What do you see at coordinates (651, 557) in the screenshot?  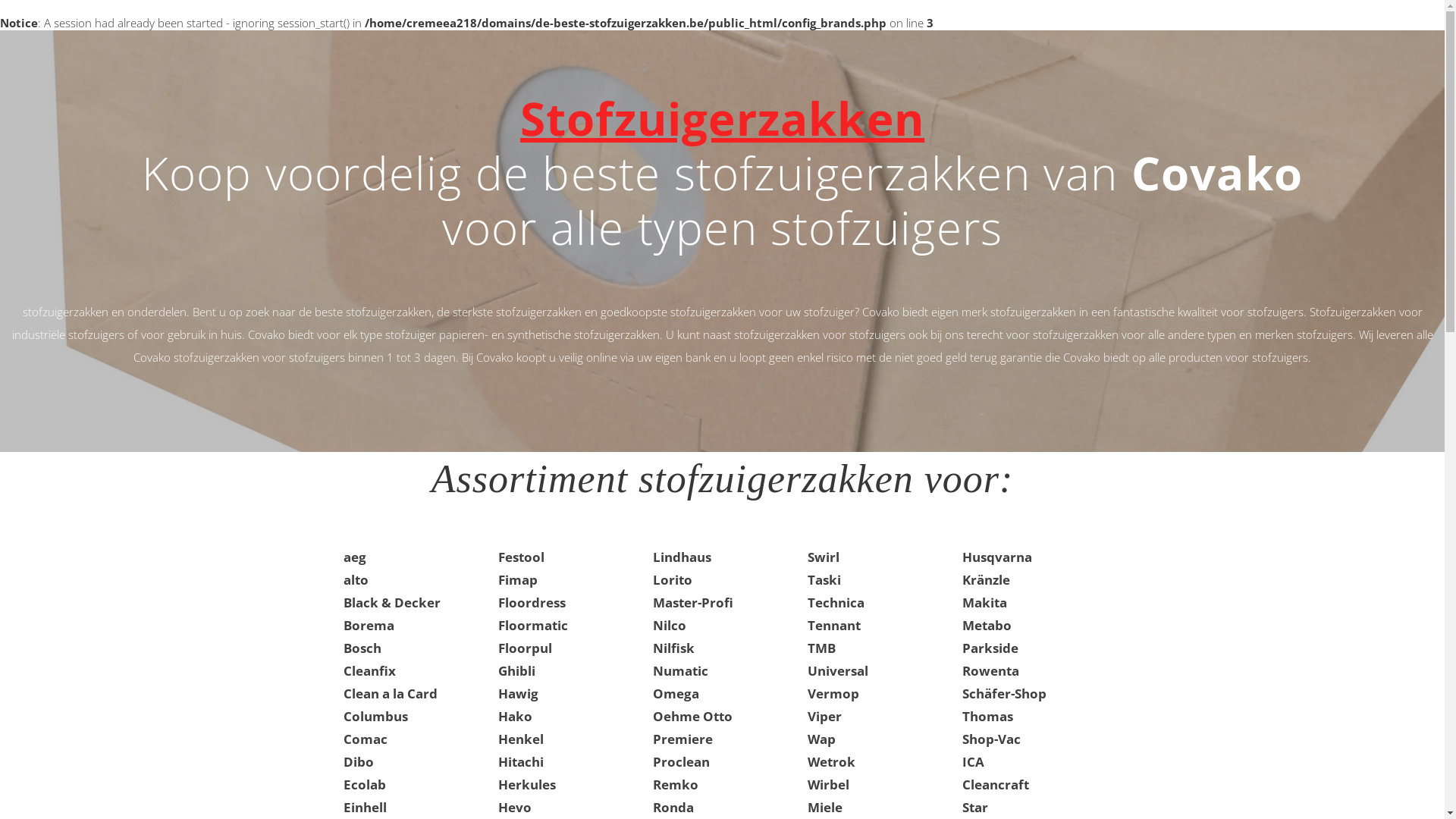 I see `'Lindhaus'` at bounding box center [651, 557].